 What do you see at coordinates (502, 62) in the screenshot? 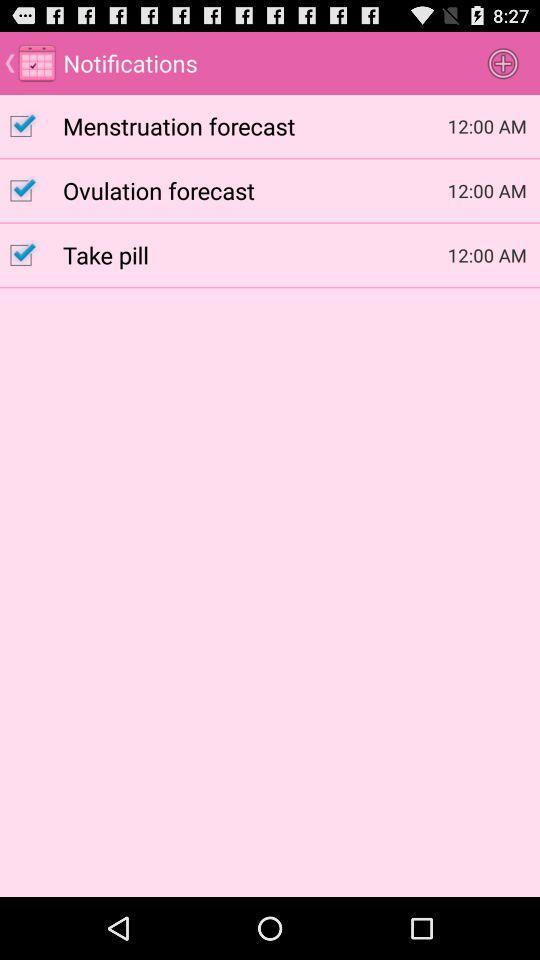
I see `item next to notifications app` at bounding box center [502, 62].